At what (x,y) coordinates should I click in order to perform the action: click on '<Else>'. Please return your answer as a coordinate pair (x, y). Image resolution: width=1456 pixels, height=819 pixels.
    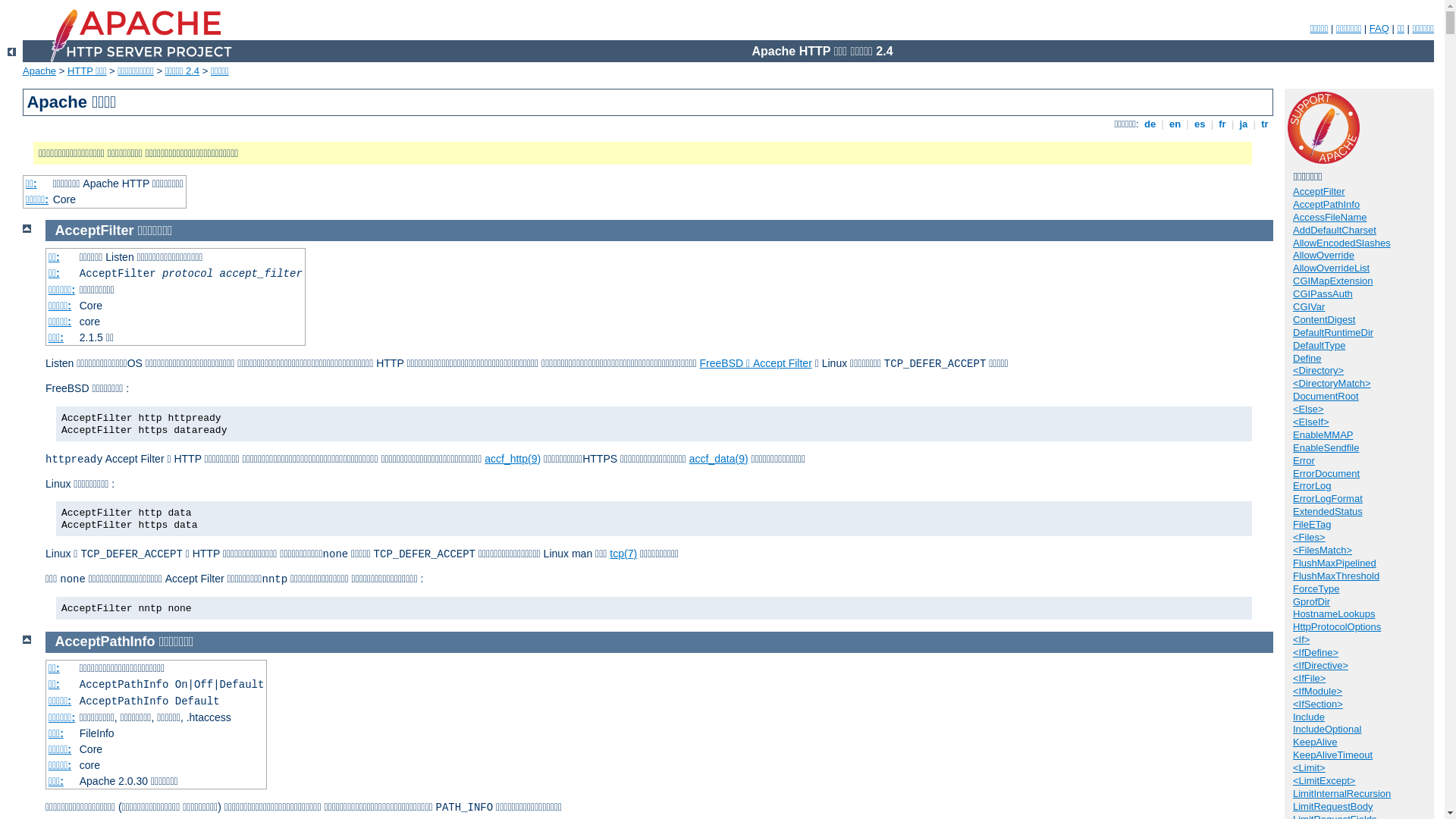
    Looking at the image, I should click on (1307, 408).